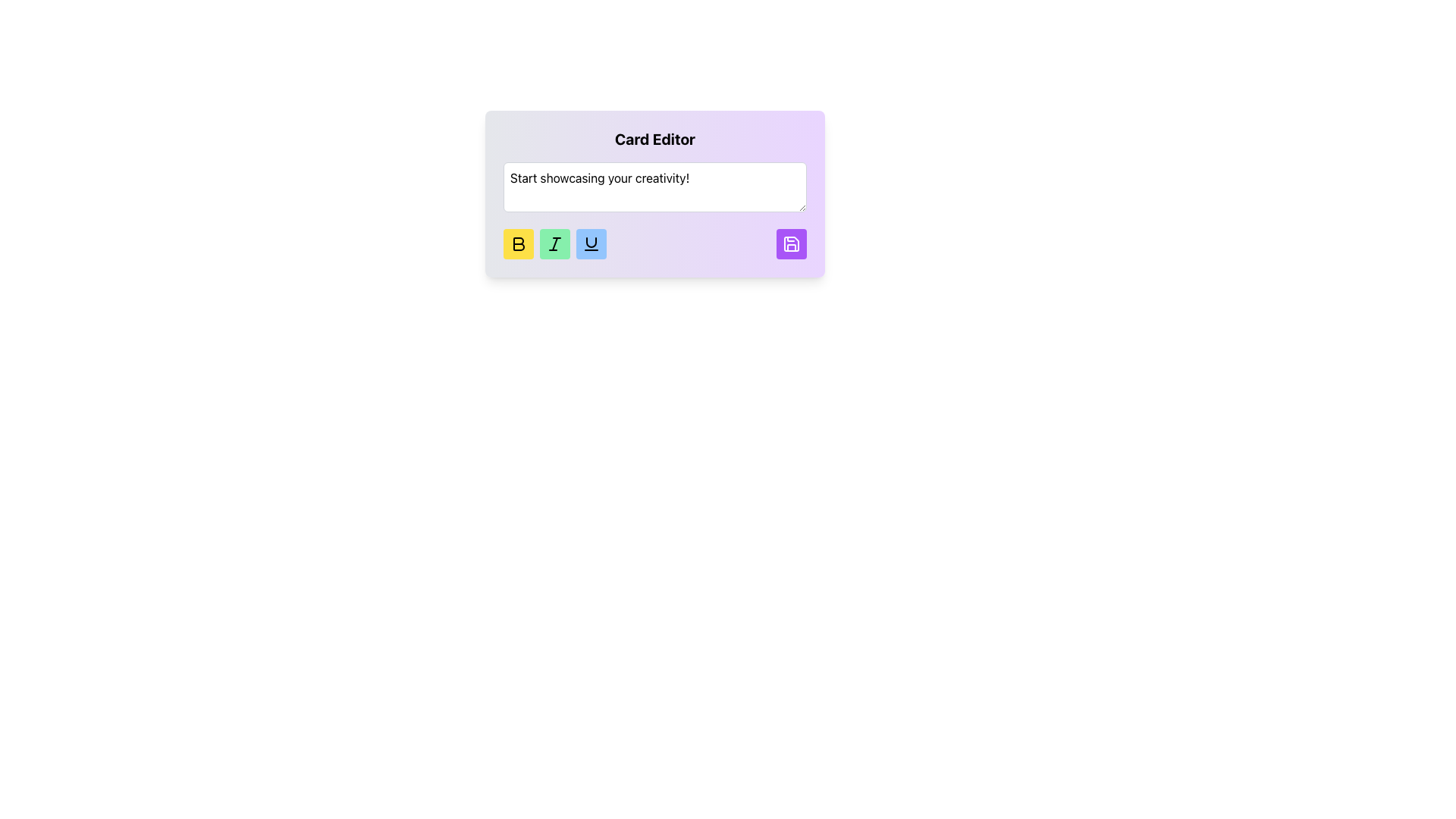 This screenshot has width=1456, height=819. I want to click on the bold formatting button, which is the leftmost button in the formatting options row beneath the text input area in the Card Editor interface, to apply bold formatting to the selected text, so click(519, 243).